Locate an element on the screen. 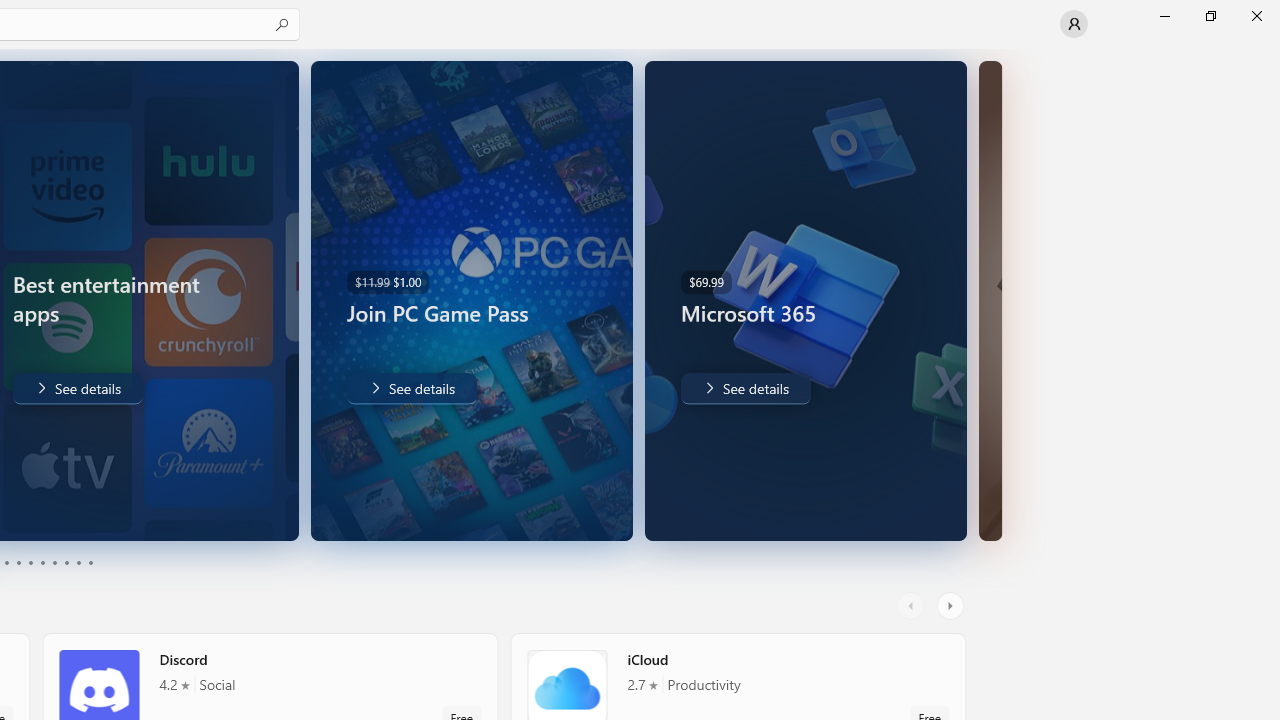  'Page 5' is located at coordinates (30, 563).